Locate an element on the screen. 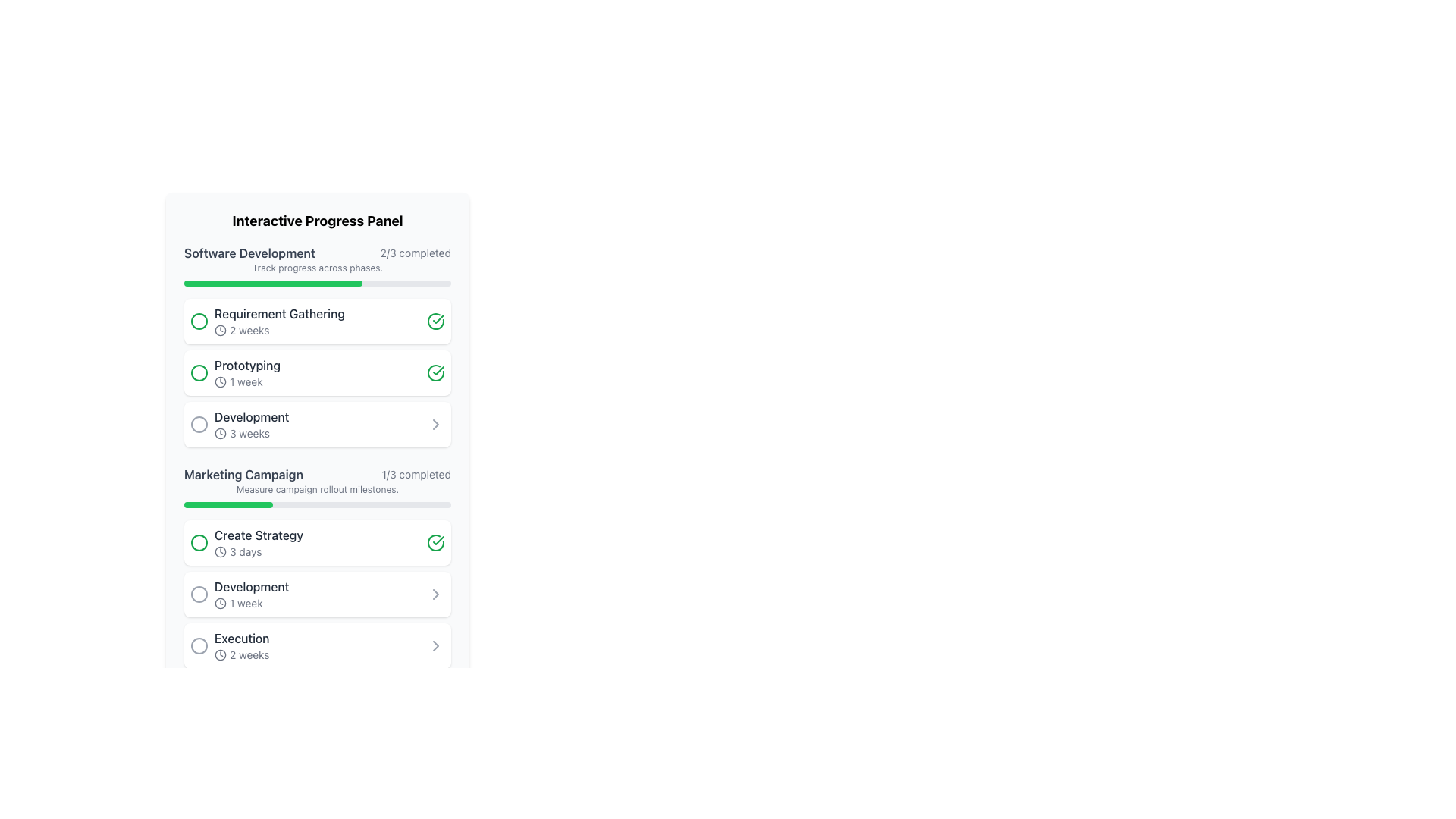 This screenshot has height=819, width=1456. the Chevron Icon located to the right of the 'Development' text and '1 week' duration text is located at coordinates (435, 593).